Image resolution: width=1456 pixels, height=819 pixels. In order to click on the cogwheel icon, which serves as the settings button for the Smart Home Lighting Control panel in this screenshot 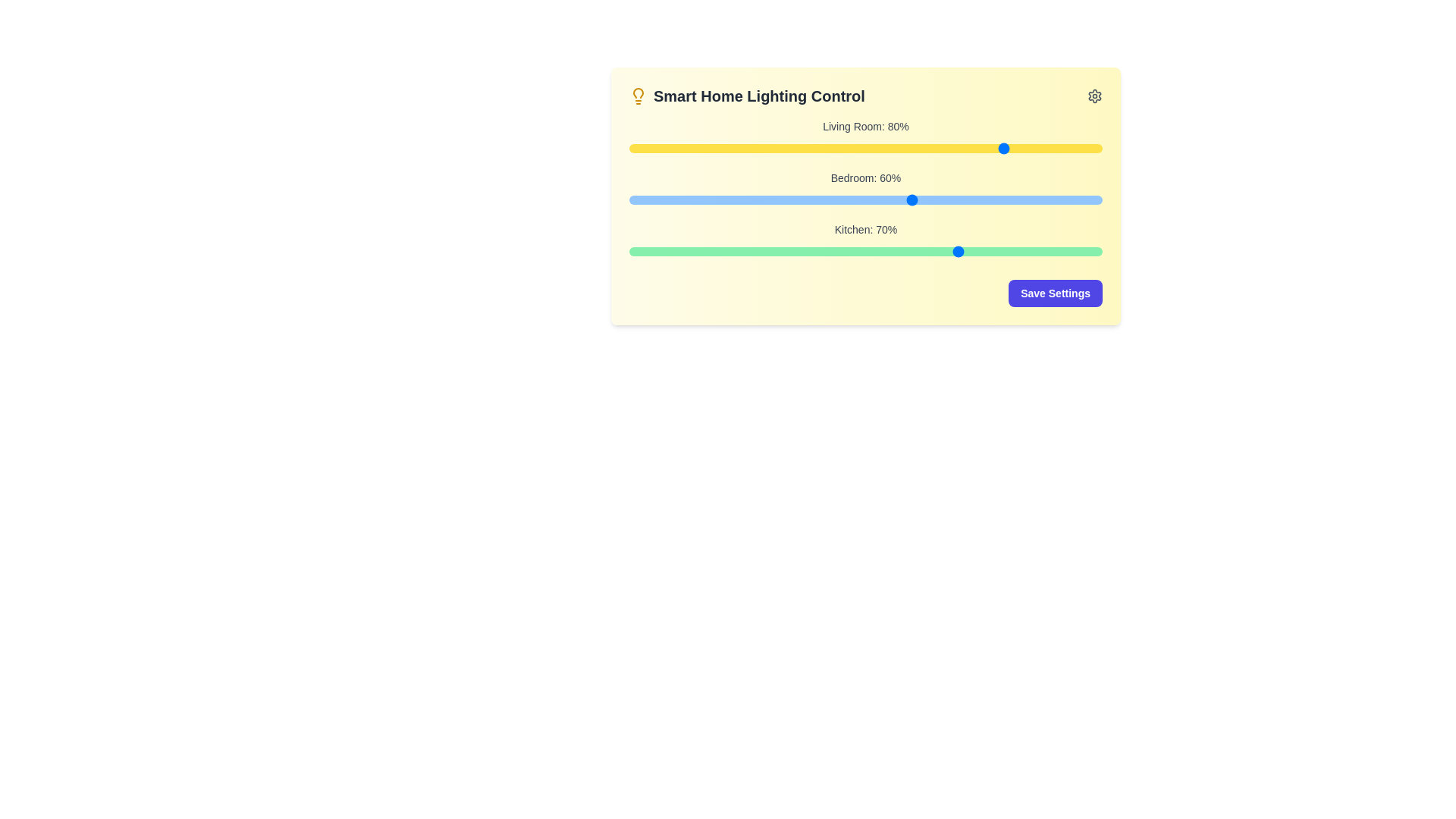, I will do `click(1095, 96)`.